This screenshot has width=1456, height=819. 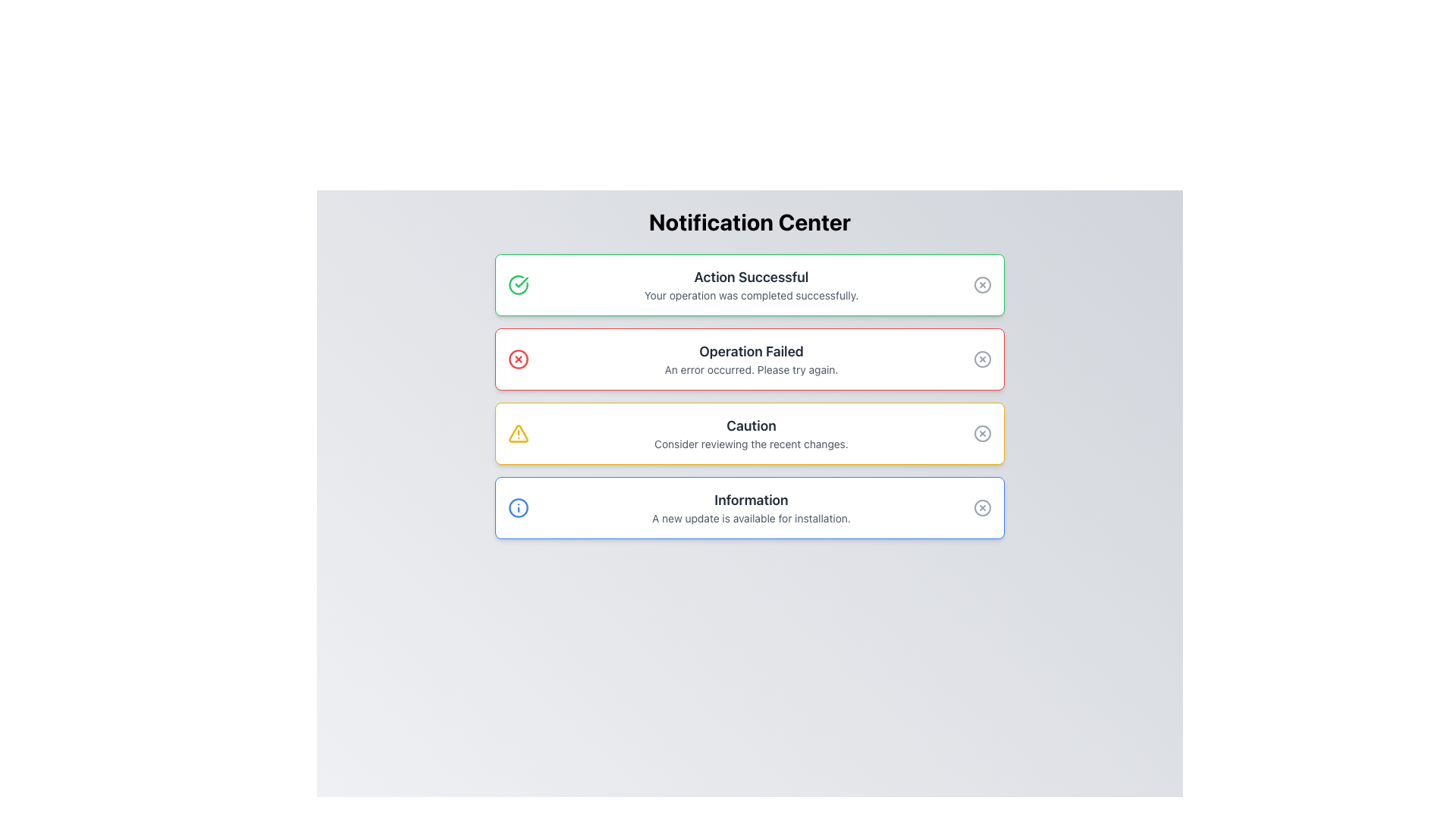 I want to click on the dismiss button located at the far right of the notification card that displays the text 'Information A new update is available for installation.', so click(x=983, y=508).